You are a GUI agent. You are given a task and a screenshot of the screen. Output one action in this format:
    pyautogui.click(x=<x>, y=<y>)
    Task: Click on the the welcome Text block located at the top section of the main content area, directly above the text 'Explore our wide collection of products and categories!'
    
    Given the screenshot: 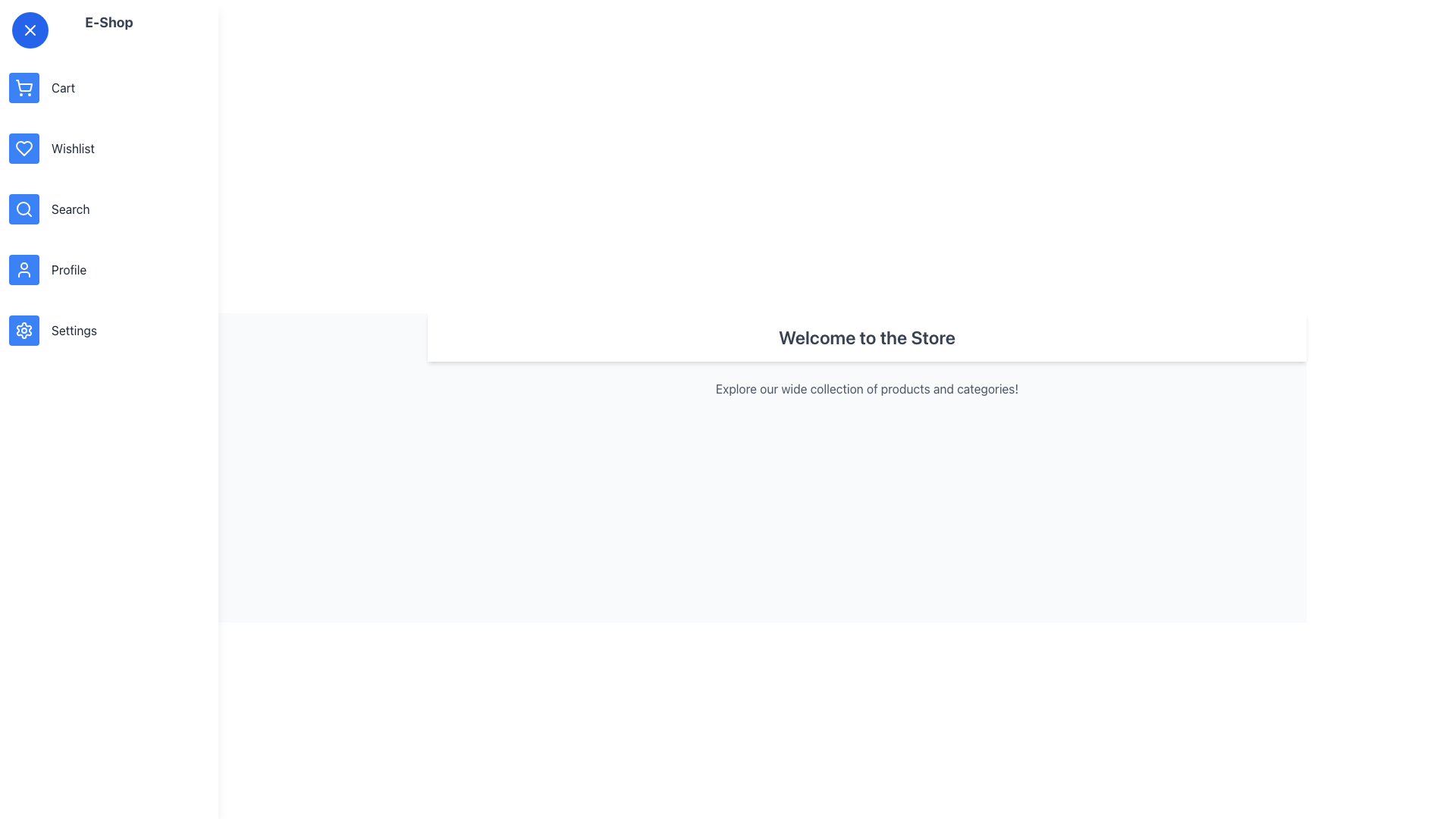 What is the action you would take?
    pyautogui.click(x=867, y=336)
    